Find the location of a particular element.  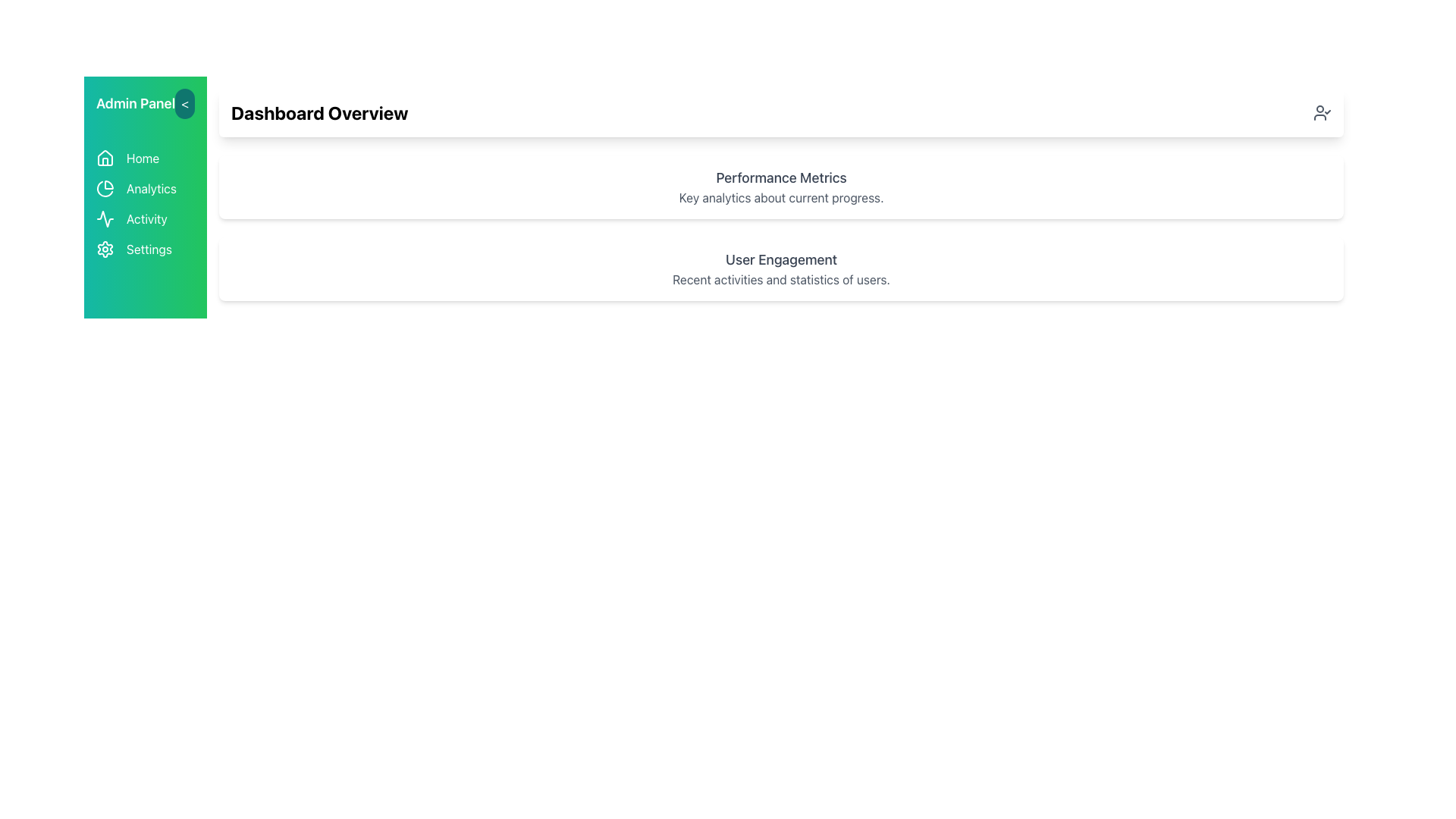

the third navigation option in the sidebar, which allows the user is located at coordinates (146, 203).